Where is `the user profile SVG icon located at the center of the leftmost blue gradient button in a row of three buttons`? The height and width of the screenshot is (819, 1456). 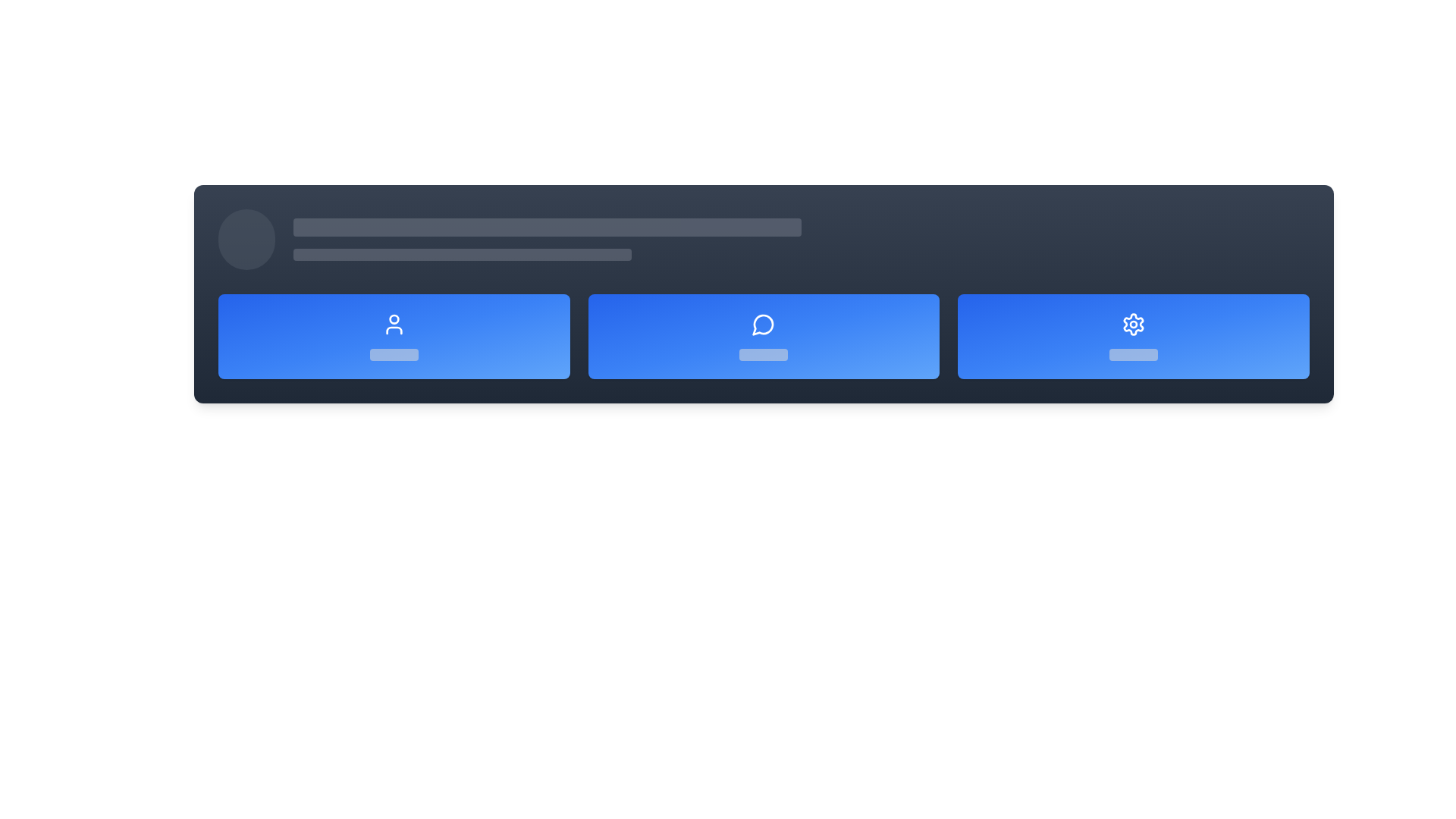
the user profile SVG icon located at the center of the leftmost blue gradient button in a row of three buttons is located at coordinates (394, 324).